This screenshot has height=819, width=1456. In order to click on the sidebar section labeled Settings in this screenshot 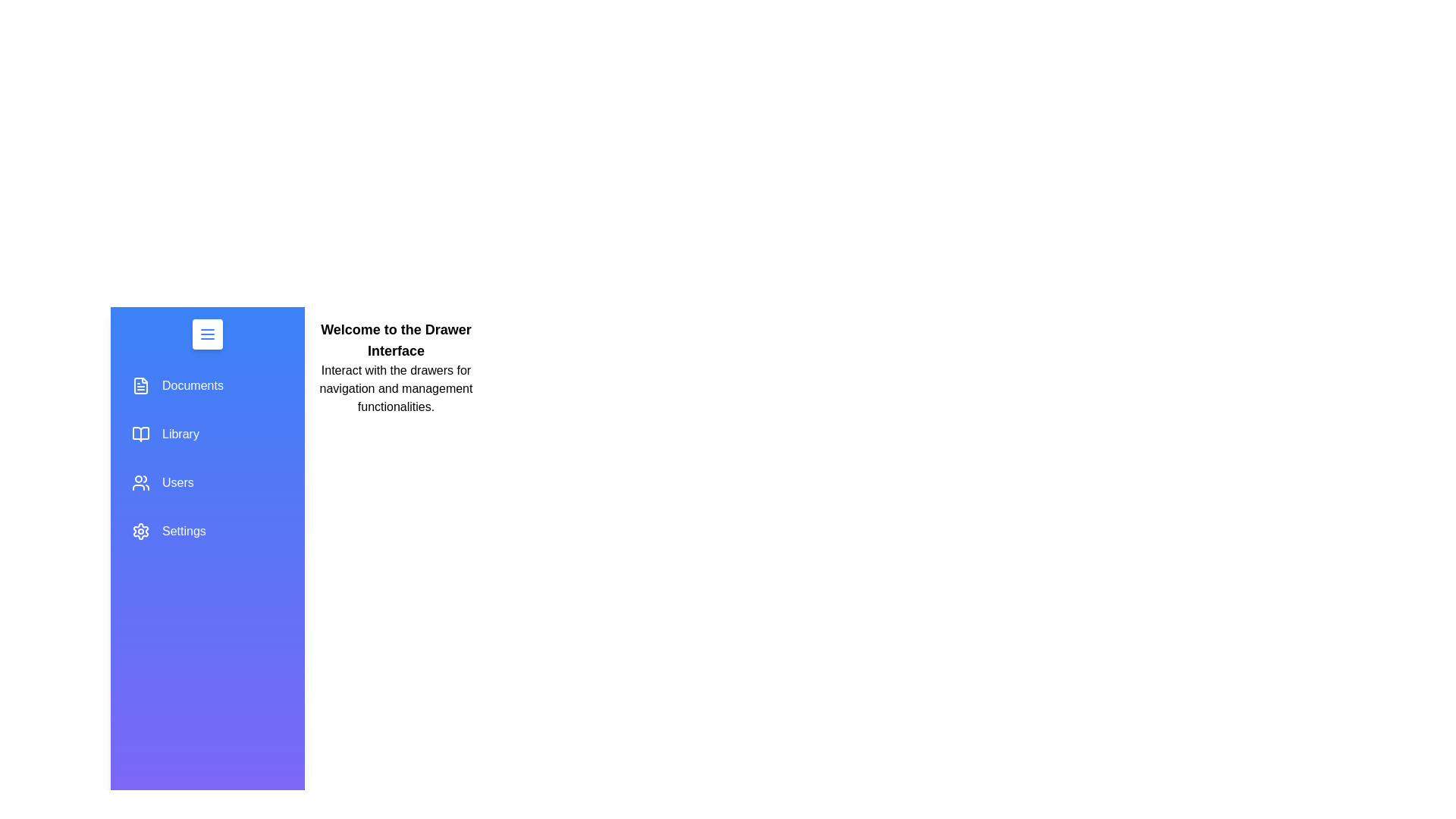, I will do `click(206, 531)`.